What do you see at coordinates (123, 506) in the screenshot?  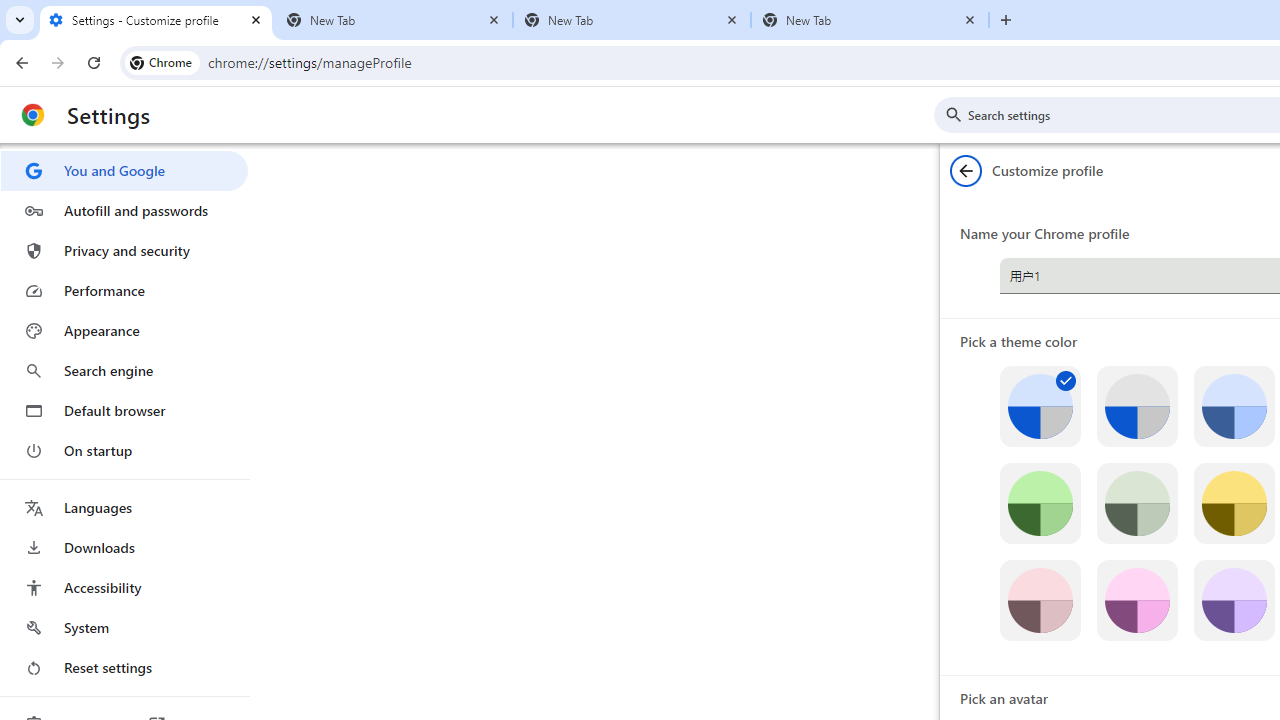 I see `'Languages'` at bounding box center [123, 506].